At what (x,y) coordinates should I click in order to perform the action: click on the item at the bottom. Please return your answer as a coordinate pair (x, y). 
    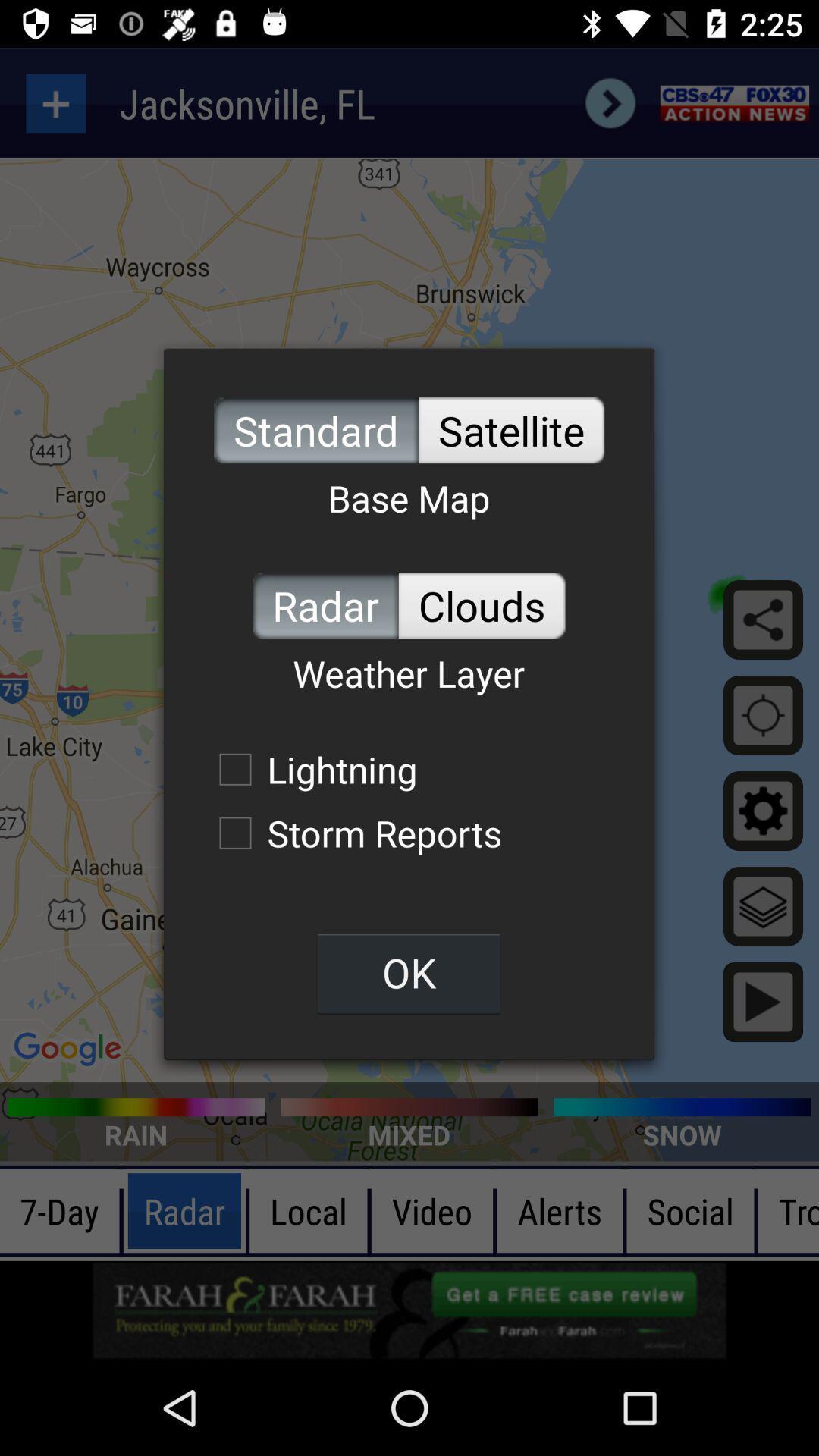
    Looking at the image, I should click on (408, 972).